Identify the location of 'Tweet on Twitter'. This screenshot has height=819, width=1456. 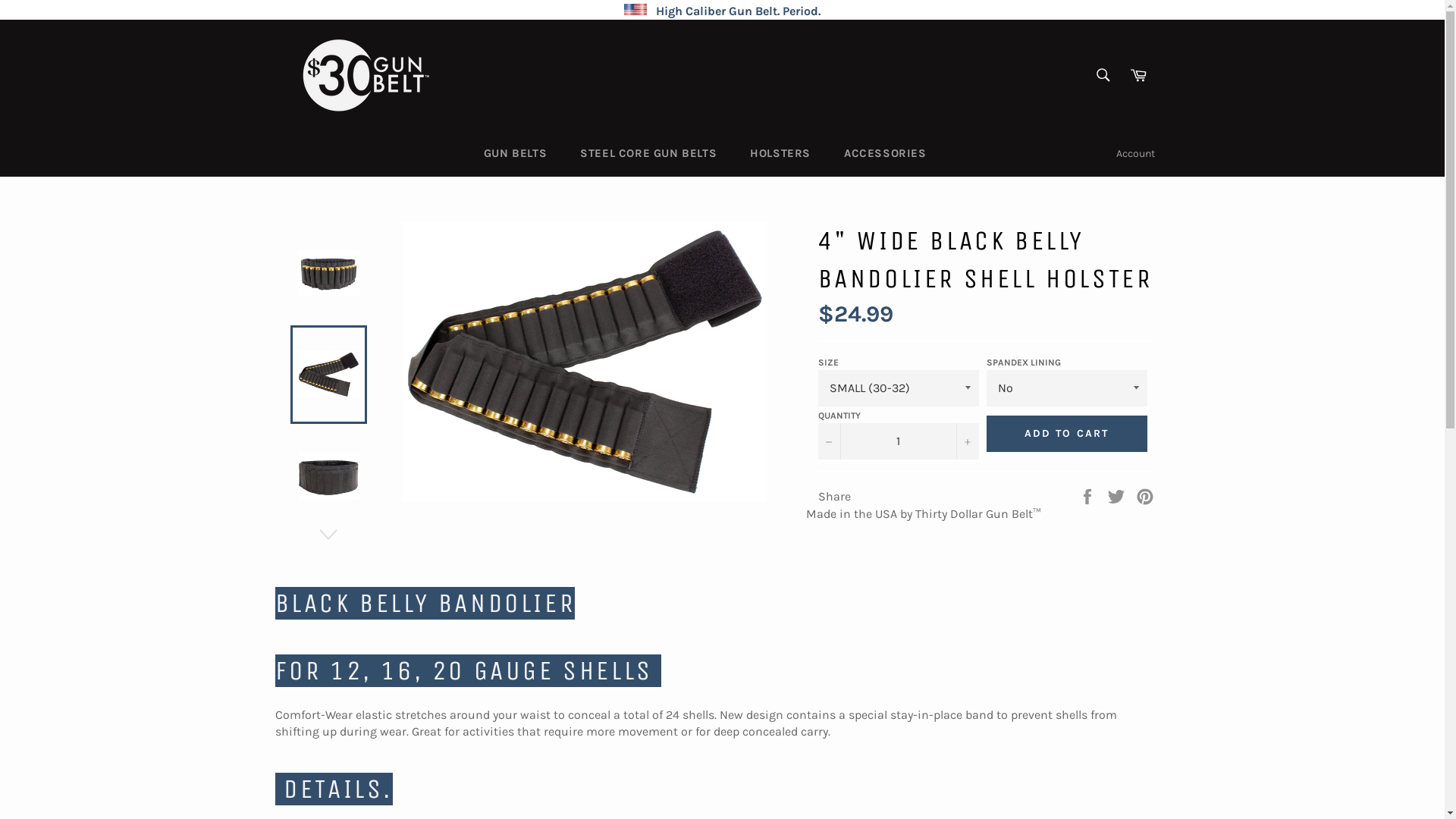
(1117, 495).